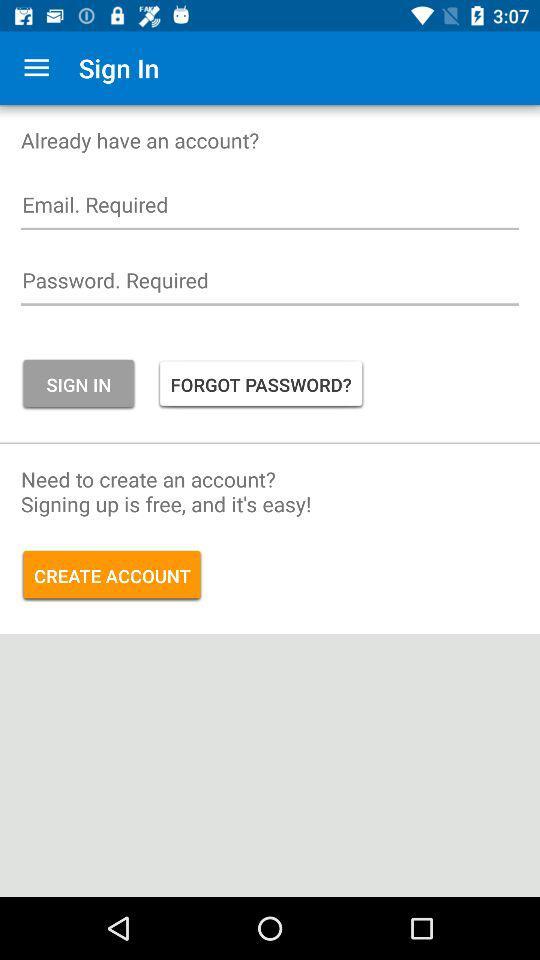 The image size is (540, 960). What do you see at coordinates (261, 383) in the screenshot?
I see `item to the right of the sign in icon` at bounding box center [261, 383].